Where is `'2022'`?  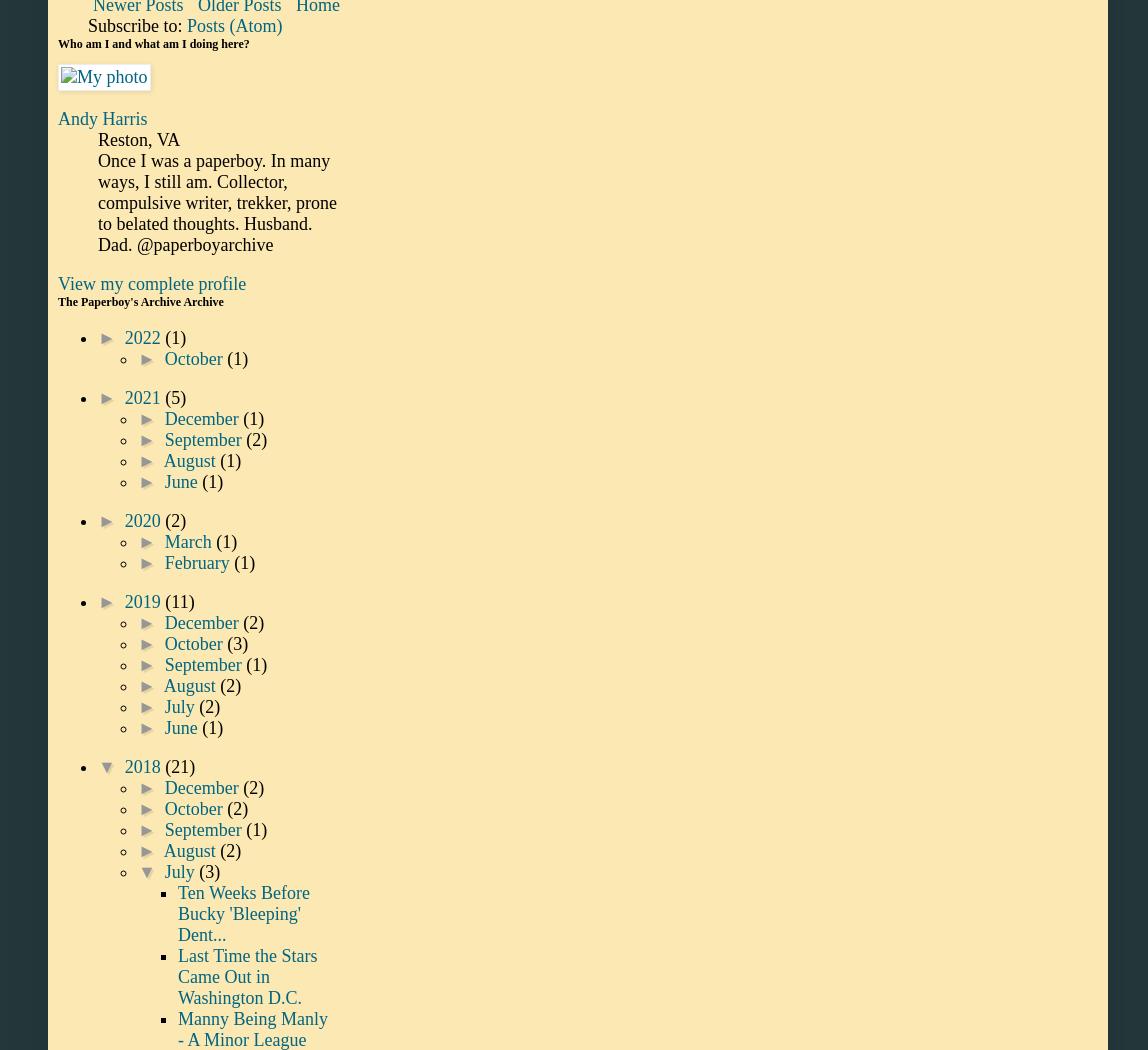
'2022' is located at coordinates (144, 337).